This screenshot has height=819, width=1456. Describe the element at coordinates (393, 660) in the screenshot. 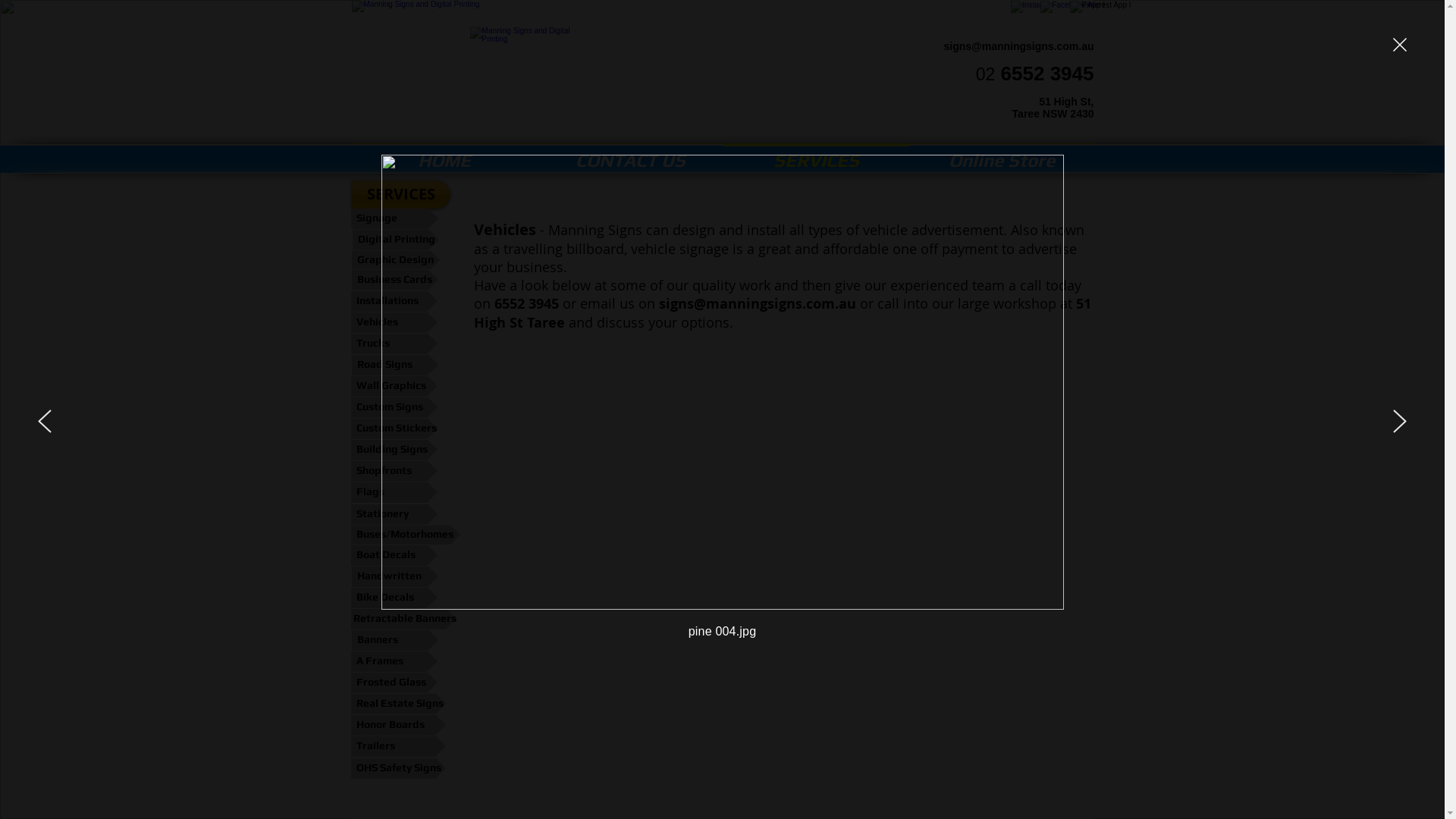

I see `'A Frames'` at that location.